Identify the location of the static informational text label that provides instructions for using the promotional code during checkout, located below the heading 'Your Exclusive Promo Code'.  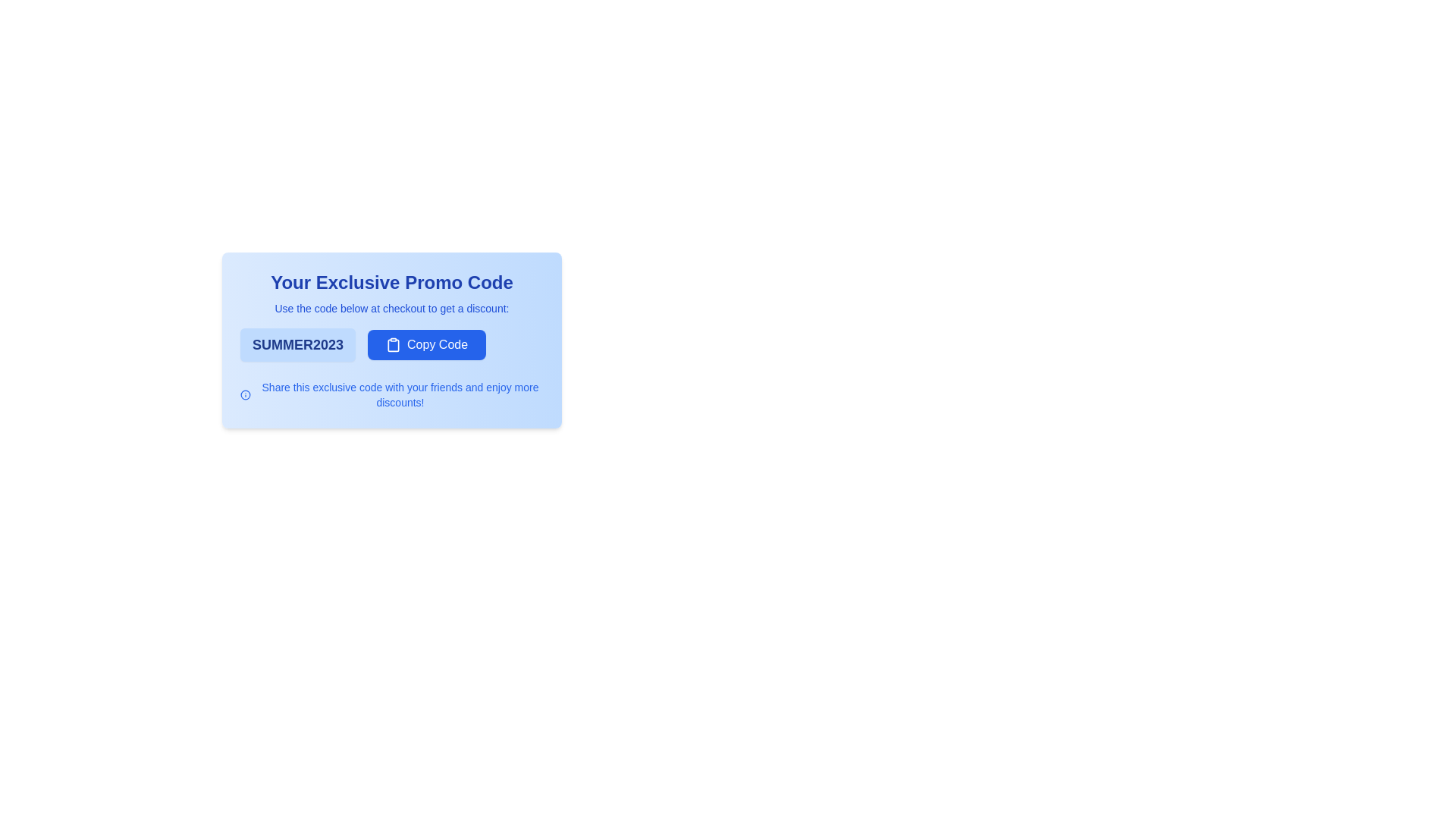
(392, 308).